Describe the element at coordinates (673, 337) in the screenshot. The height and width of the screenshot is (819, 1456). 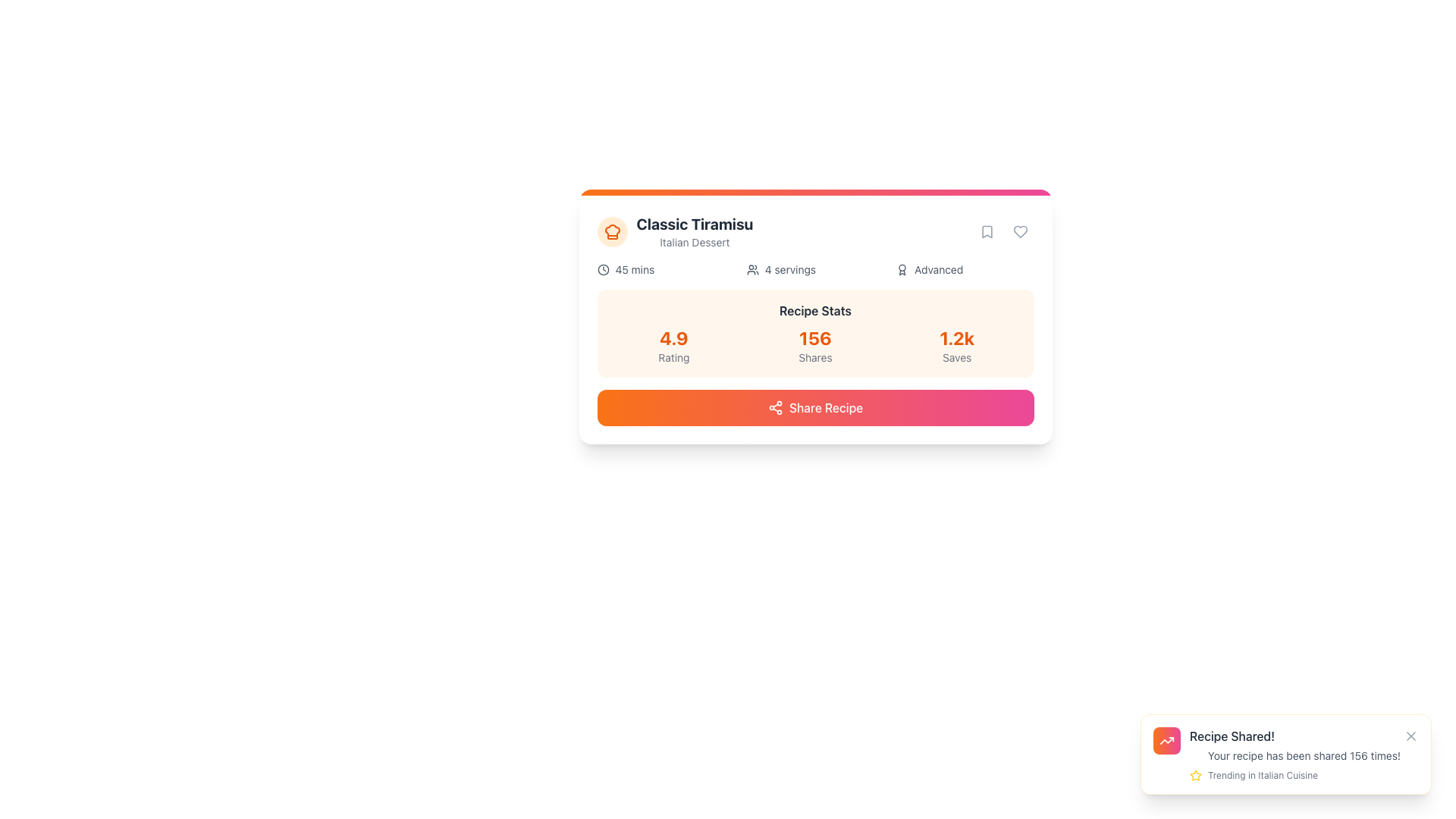
I see `the bold, large-sized numerical text '4.9' styled in orange, which is located in the top-left section of the 'Recipe Stats' area, above the label 'Rating'` at that location.